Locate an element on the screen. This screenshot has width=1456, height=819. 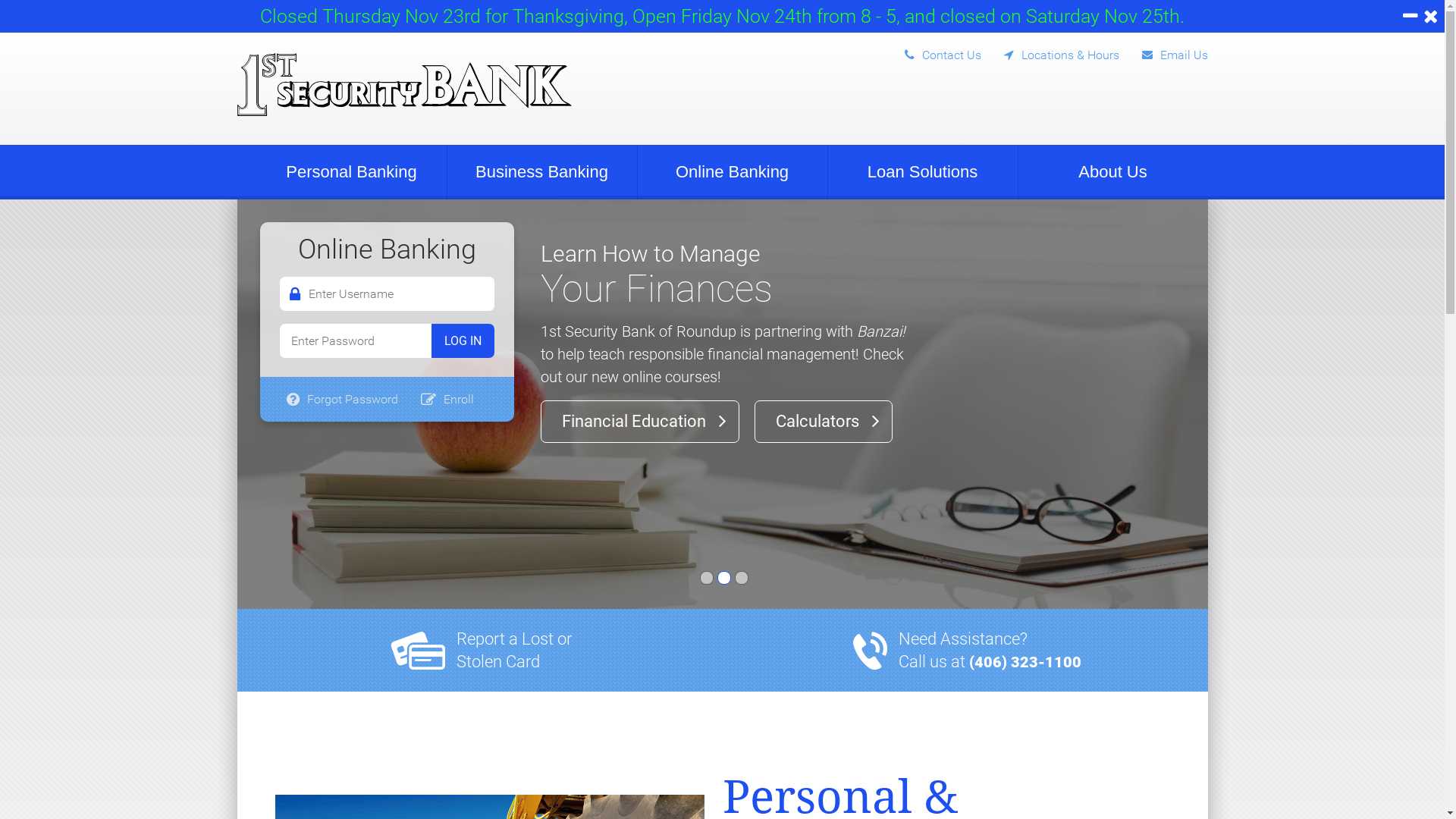
'Enroll' is located at coordinates (447, 398).